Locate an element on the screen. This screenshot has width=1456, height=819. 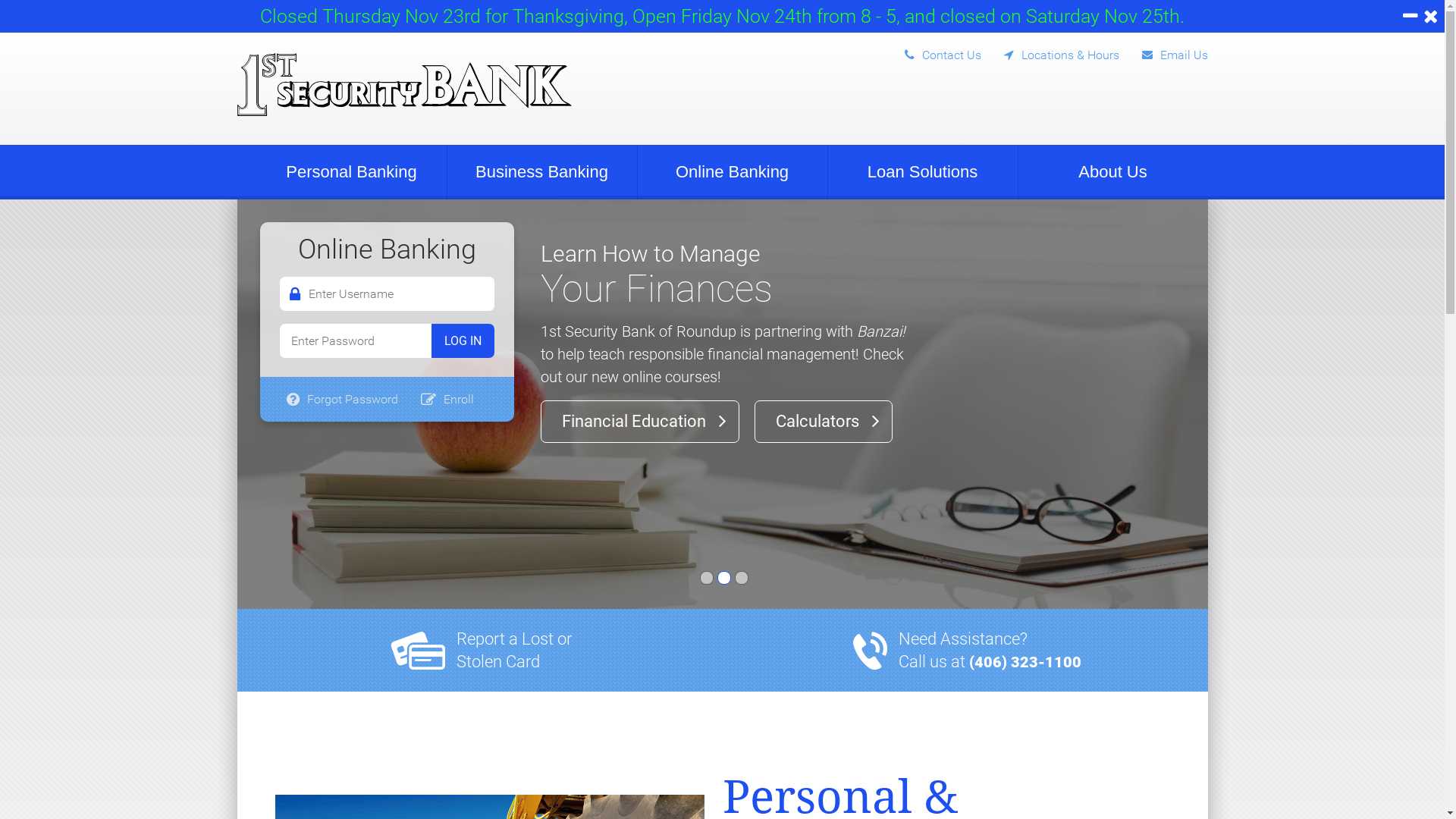
'Enroll' is located at coordinates (447, 398).